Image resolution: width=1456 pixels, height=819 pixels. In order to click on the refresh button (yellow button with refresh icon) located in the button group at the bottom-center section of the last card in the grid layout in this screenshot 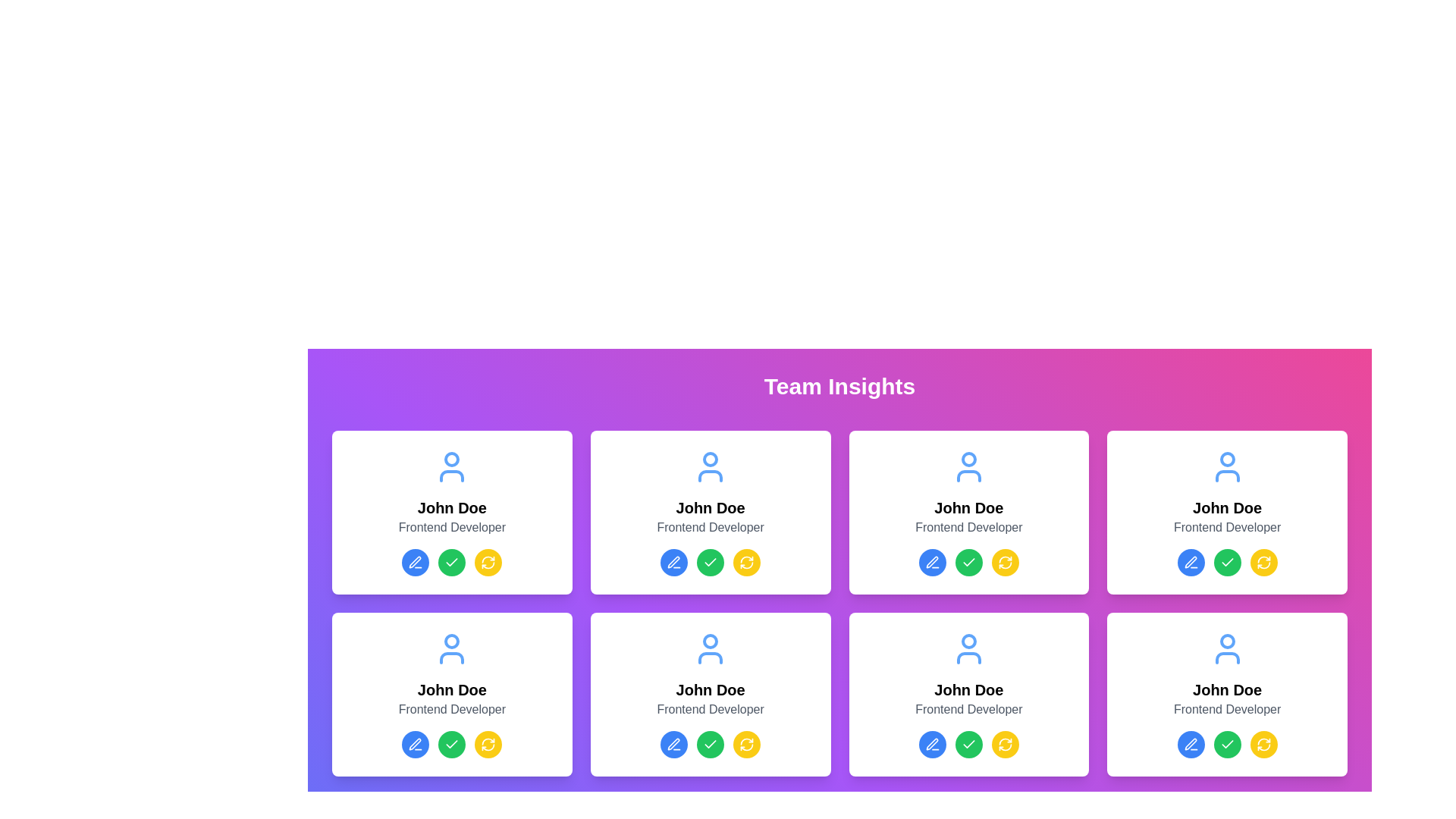, I will do `click(451, 744)`.